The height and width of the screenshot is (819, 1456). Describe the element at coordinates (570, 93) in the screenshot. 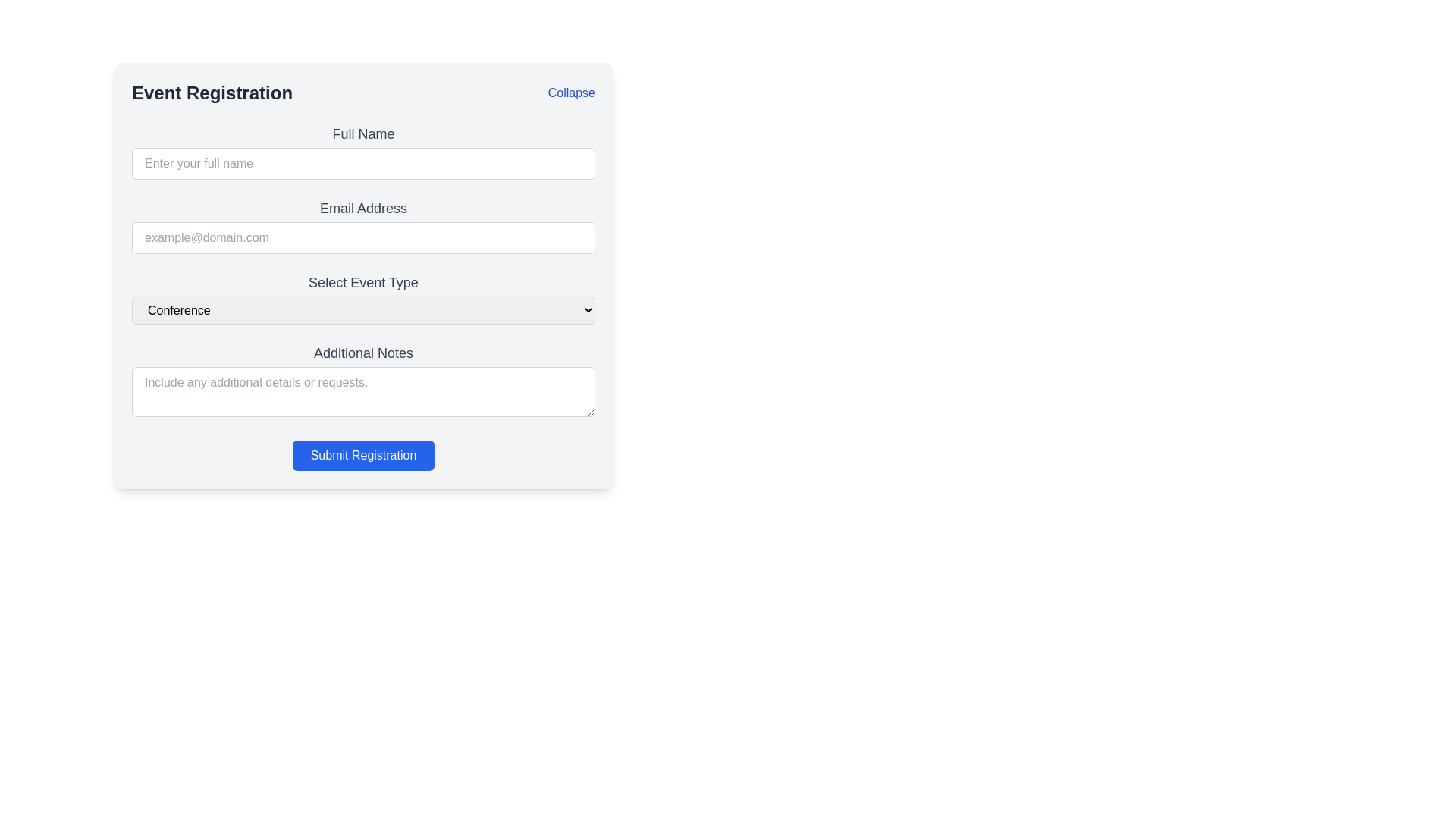

I see `the 'Collapse' hyperlink in the top-right corner of the 'Event Registration' section` at that location.